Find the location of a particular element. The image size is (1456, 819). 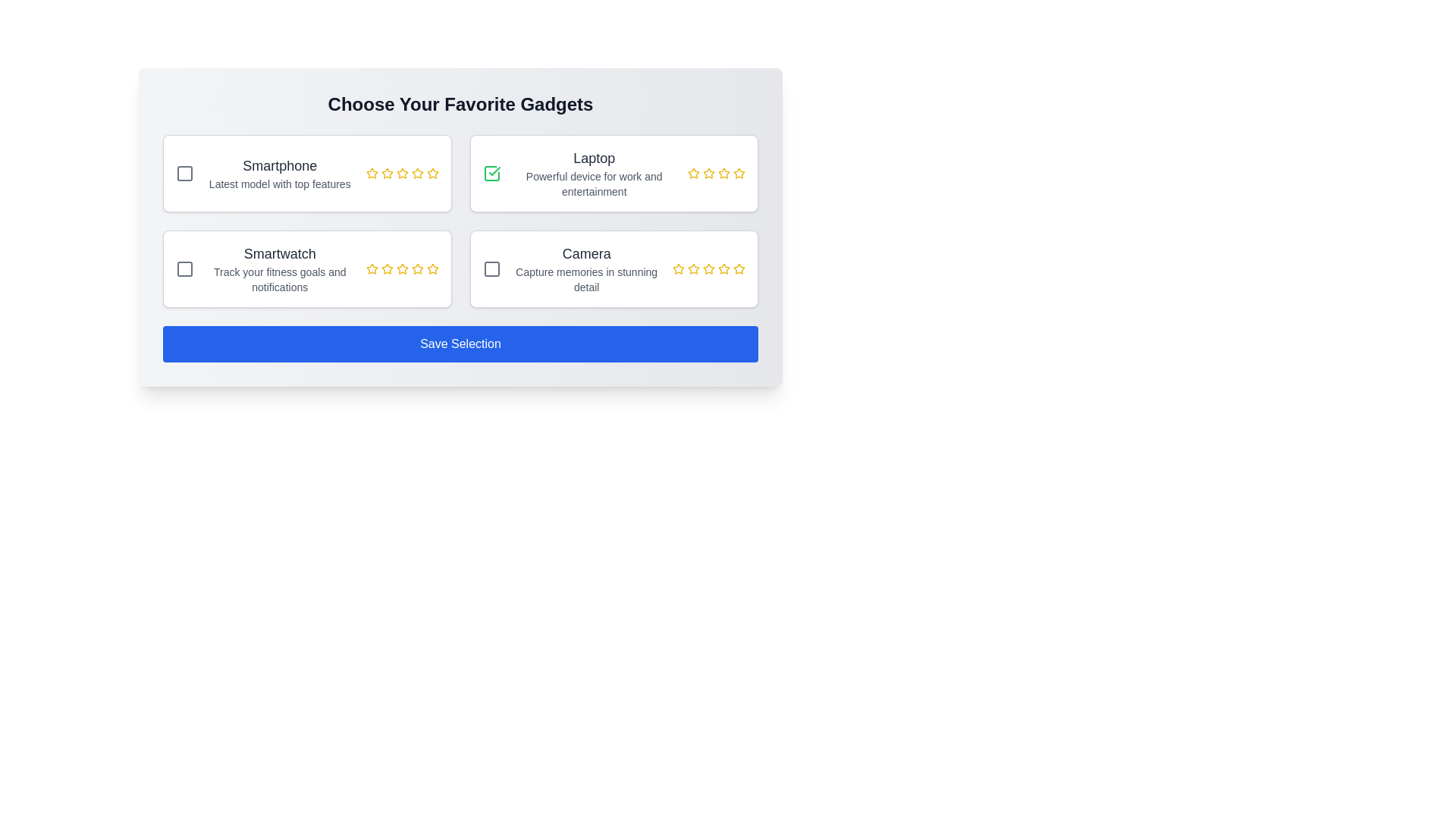

the third star in the rating system for the 'Smartwatch' selection to rate it is located at coordinates (387, 268).